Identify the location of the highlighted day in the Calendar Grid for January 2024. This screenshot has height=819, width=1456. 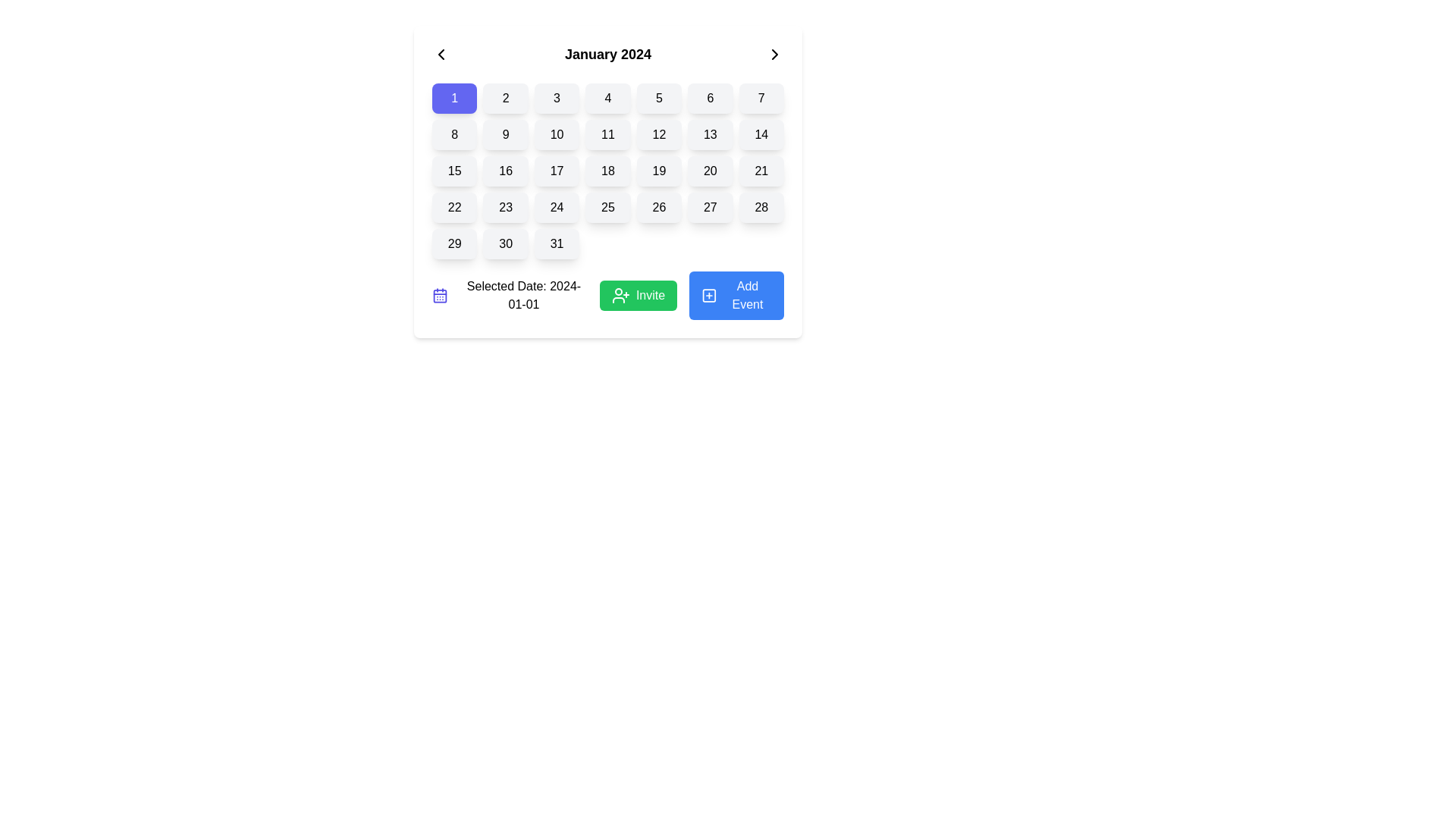
(607, 171).